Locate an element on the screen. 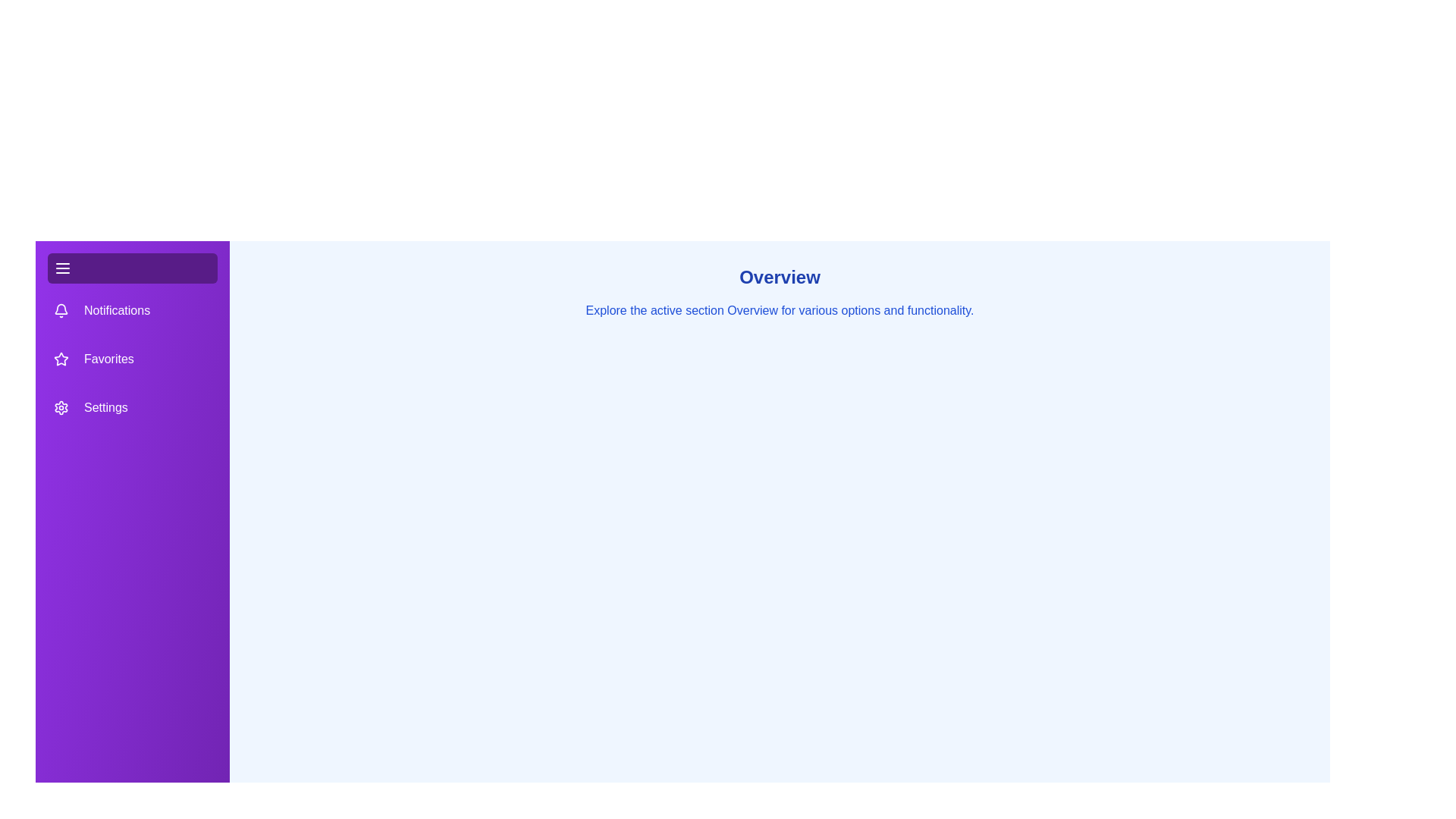 The width and height of the screenshot is (1456, 819). the tab labeled Settings in the drawer is located at coordinates (132, 406).